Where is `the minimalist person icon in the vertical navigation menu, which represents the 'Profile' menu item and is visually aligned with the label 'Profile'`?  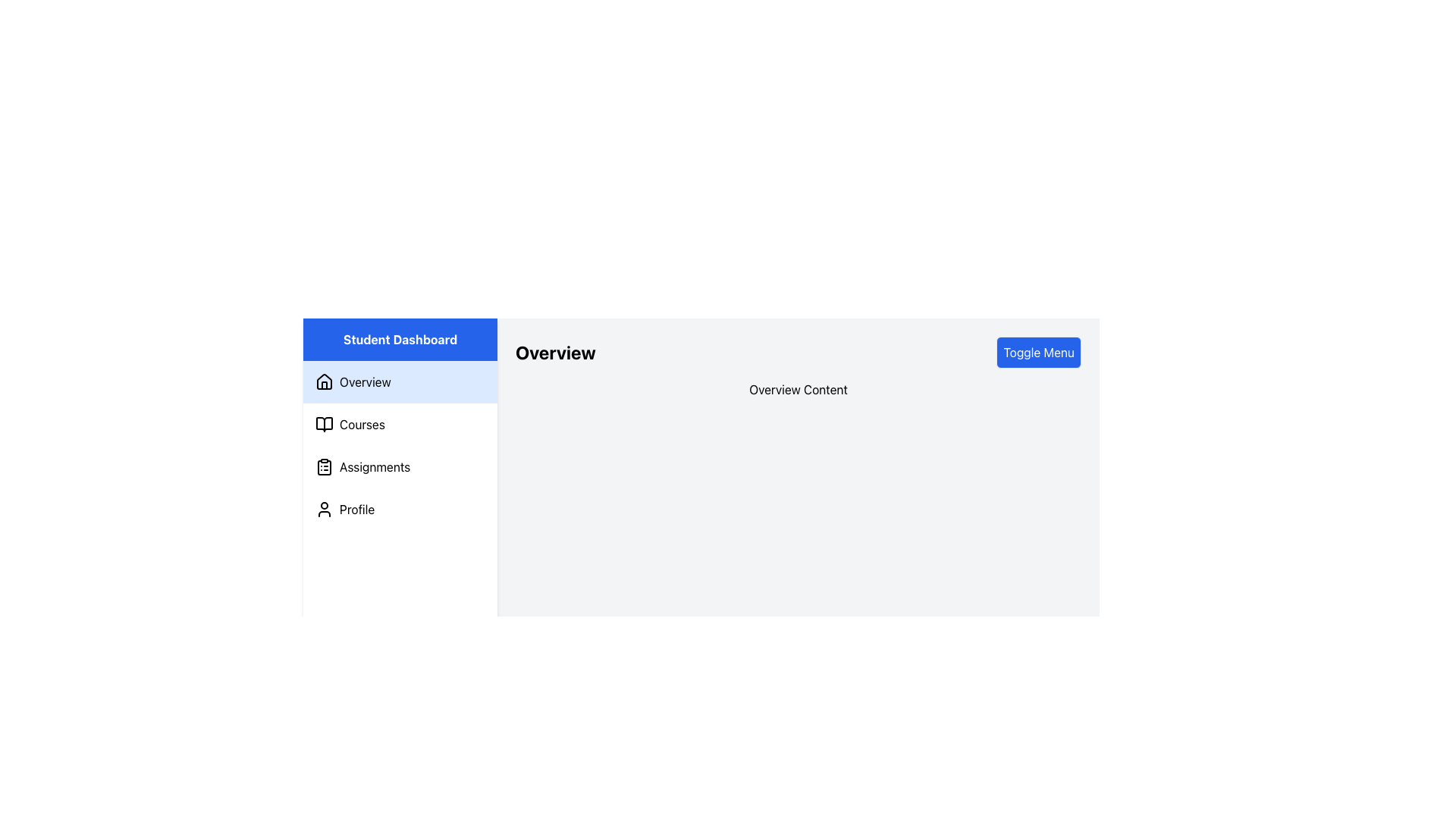
the minimalist person icon in the vertical navigation menu, which represents the 'Profile' menu item and is visually aligned with the label 'Profile' is located at coordinates (323, 509).